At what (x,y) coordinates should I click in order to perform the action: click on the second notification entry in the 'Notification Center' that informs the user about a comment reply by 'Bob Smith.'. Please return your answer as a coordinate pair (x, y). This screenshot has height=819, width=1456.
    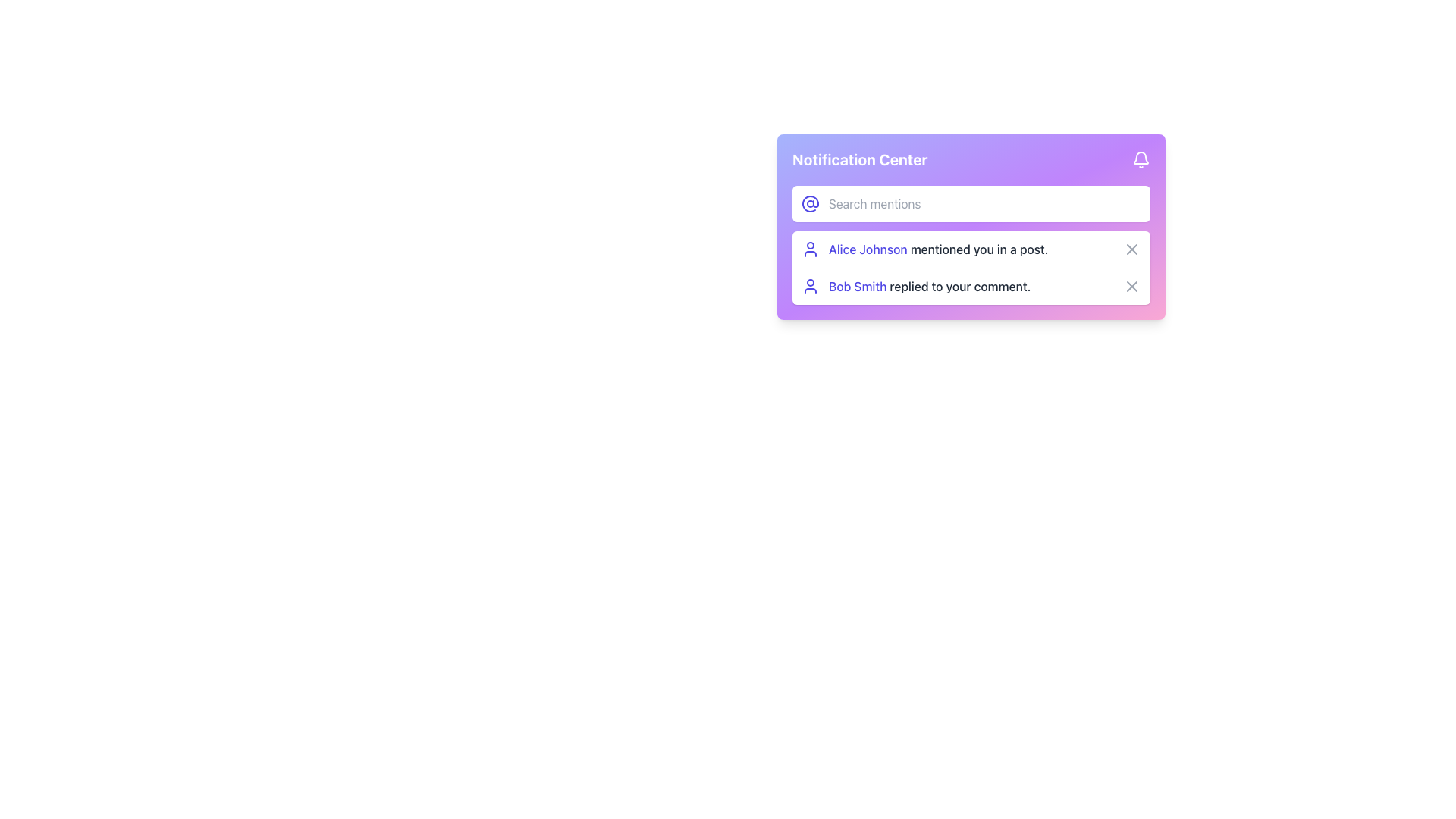
    Looking at the image, I should click on (971, 286).